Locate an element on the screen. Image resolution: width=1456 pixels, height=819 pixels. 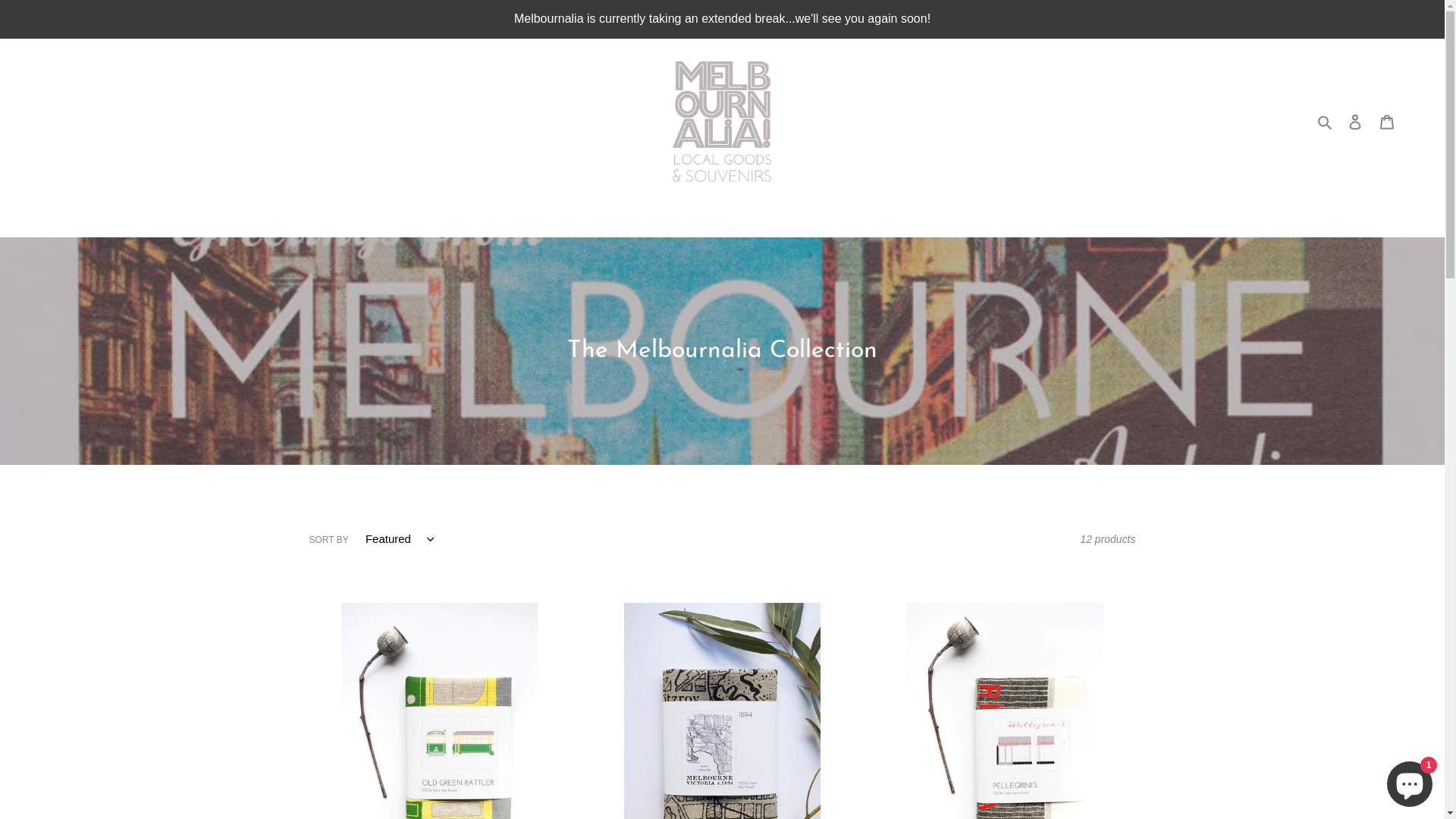
'Search' is located at coordinates (1325, 121).